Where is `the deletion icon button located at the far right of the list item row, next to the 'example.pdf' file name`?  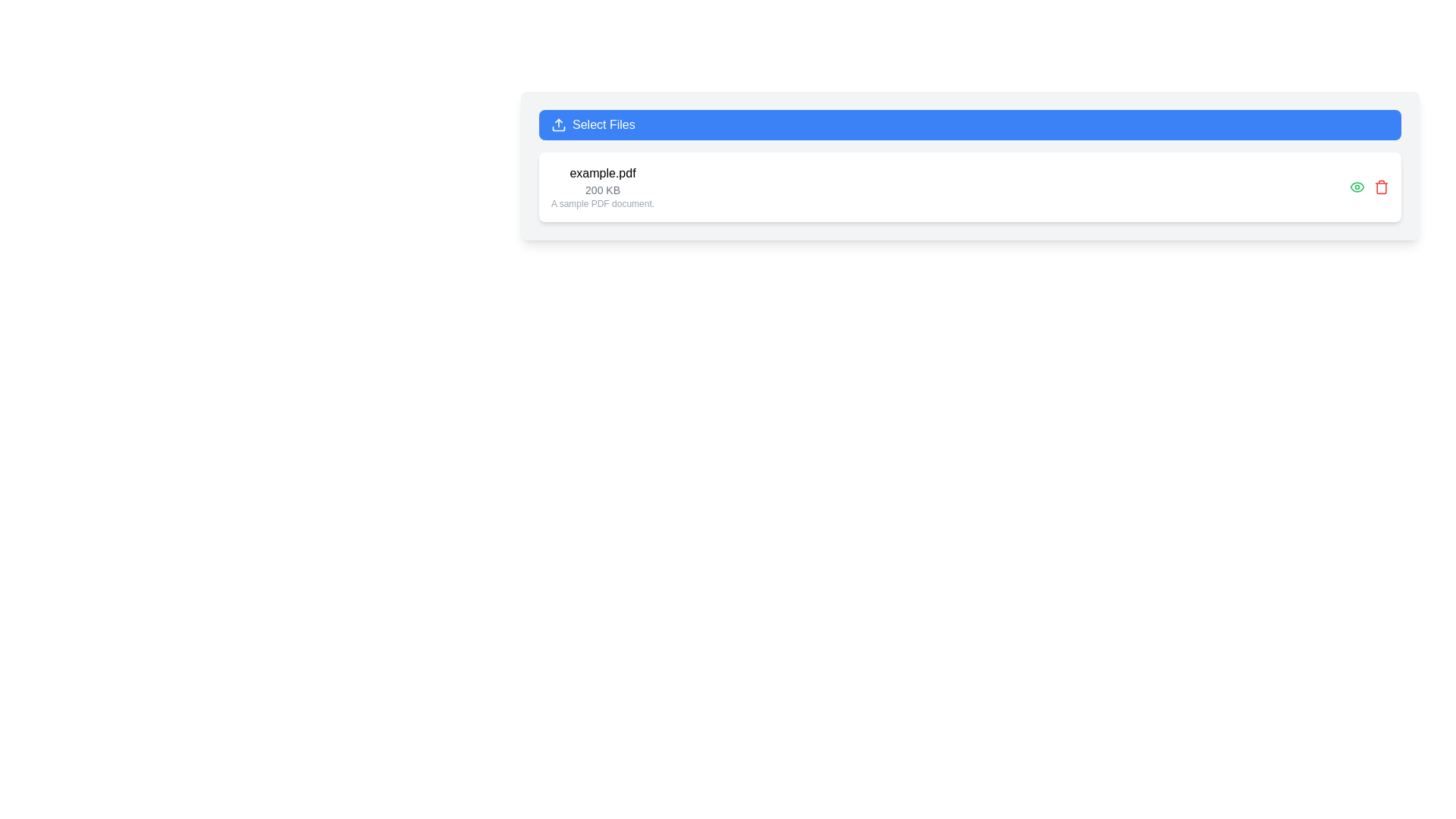 the deletion icon button located at the far right of the list item row, next to the 'example.pdf' file name is located at coordinates (1382, 187).